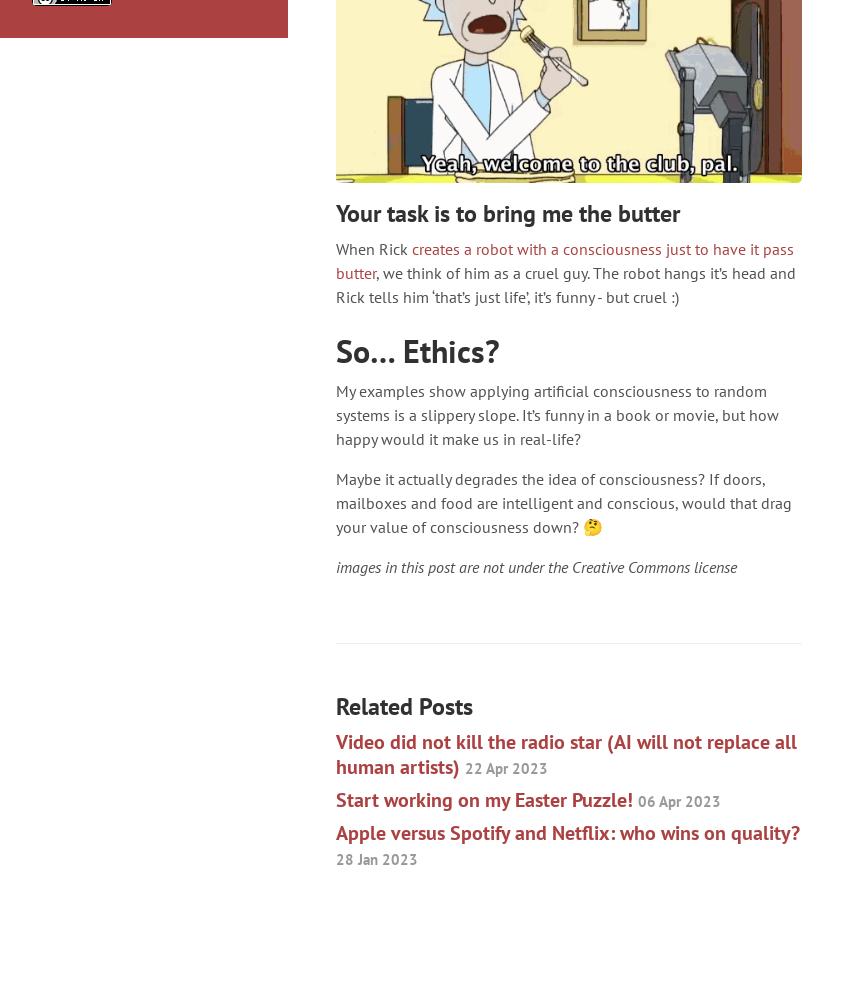 The height and width of the screenshot is (981, 850). What do you see at coordinates (336, 831) in the screenshot?
I see `'Apple versus Spotify and Netflix: who wins on quality?'` at bounding box center [336, 831].